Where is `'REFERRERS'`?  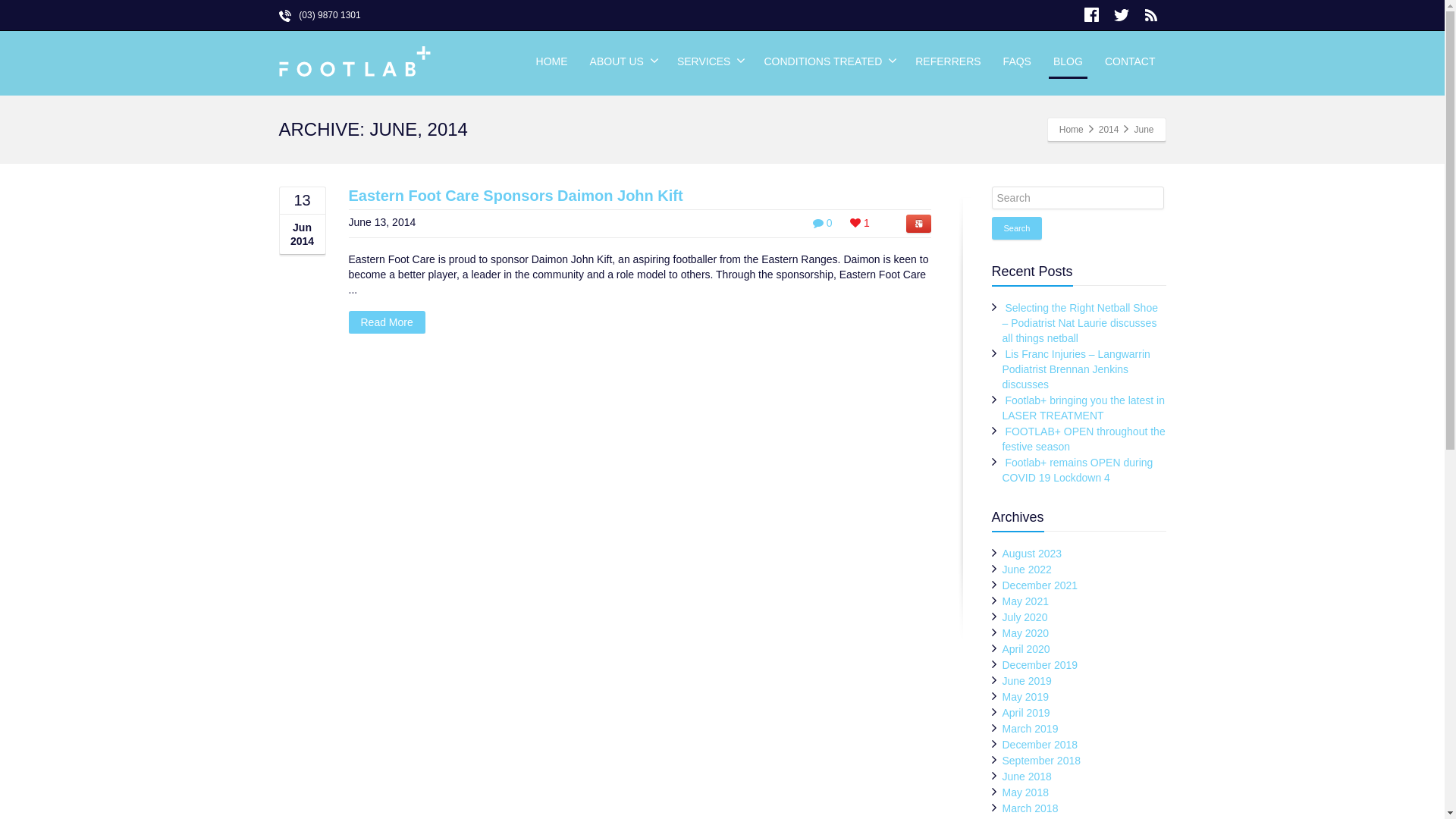 'REFERRERS' is located at coordinates (946, 61).